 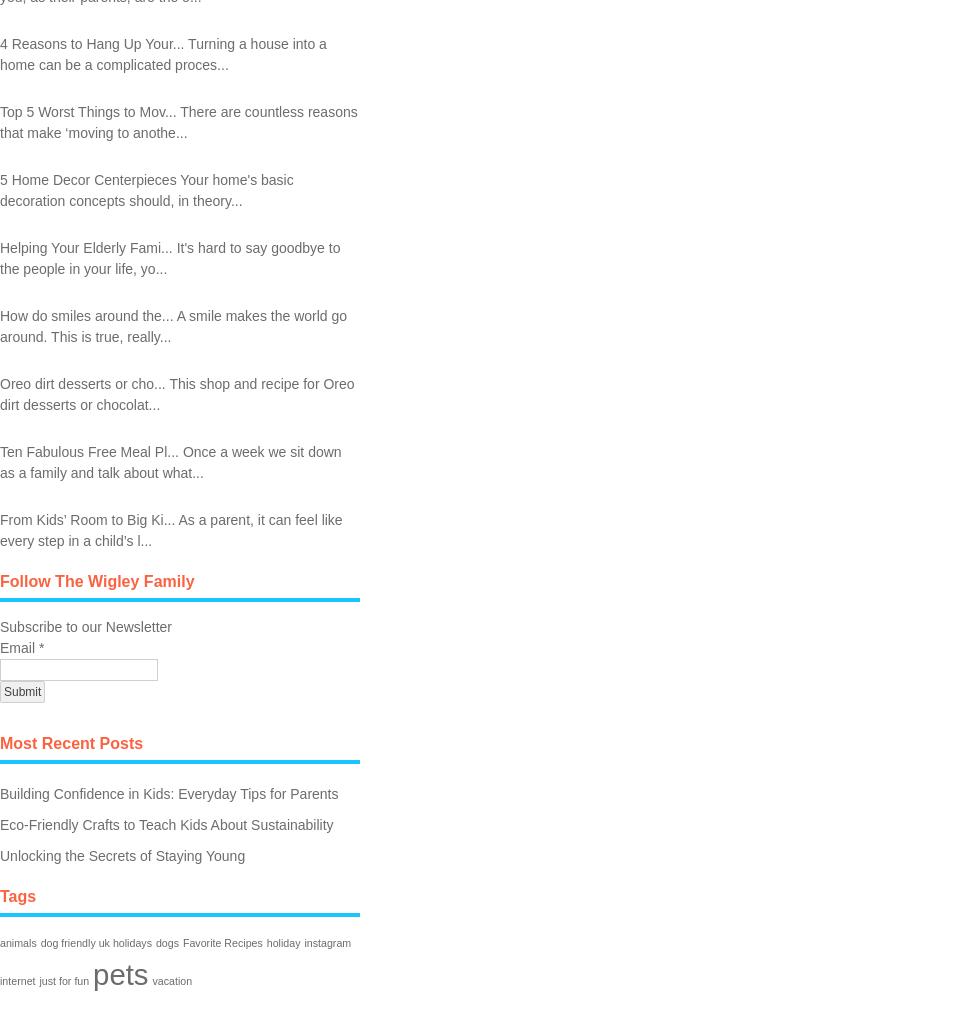 I want to click on 'holiday', so click(x=282, y=941).